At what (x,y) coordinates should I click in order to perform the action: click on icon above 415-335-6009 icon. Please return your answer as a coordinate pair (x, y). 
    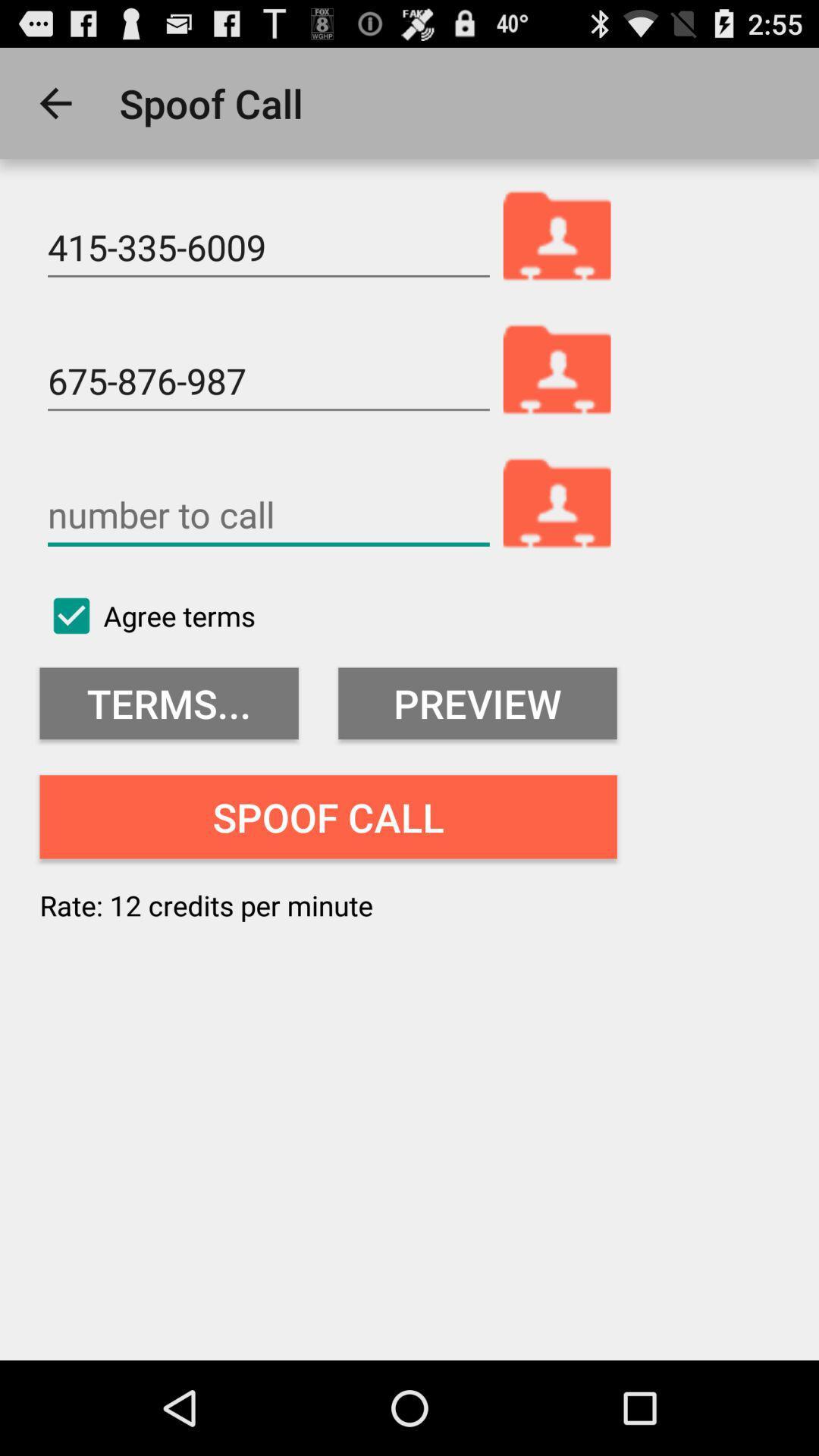
    Looking at the image, I should click on (55, 102).